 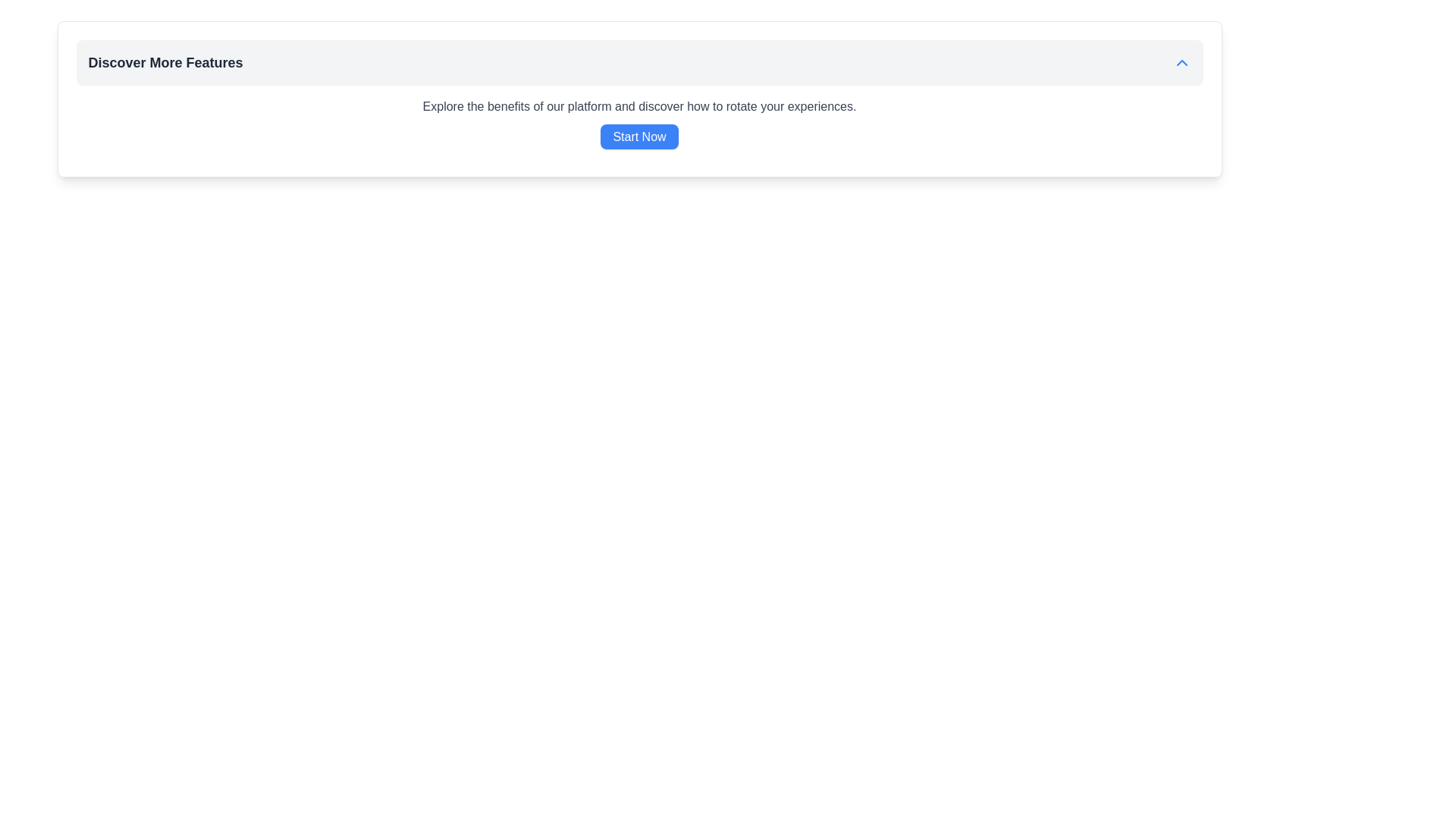 What do you see at coordinates (1181, 62) in the screenshot?
I see `the button located in the top-right corner of the interface, associated with 'Discover More Features'` at bounding box center [1181, 62].